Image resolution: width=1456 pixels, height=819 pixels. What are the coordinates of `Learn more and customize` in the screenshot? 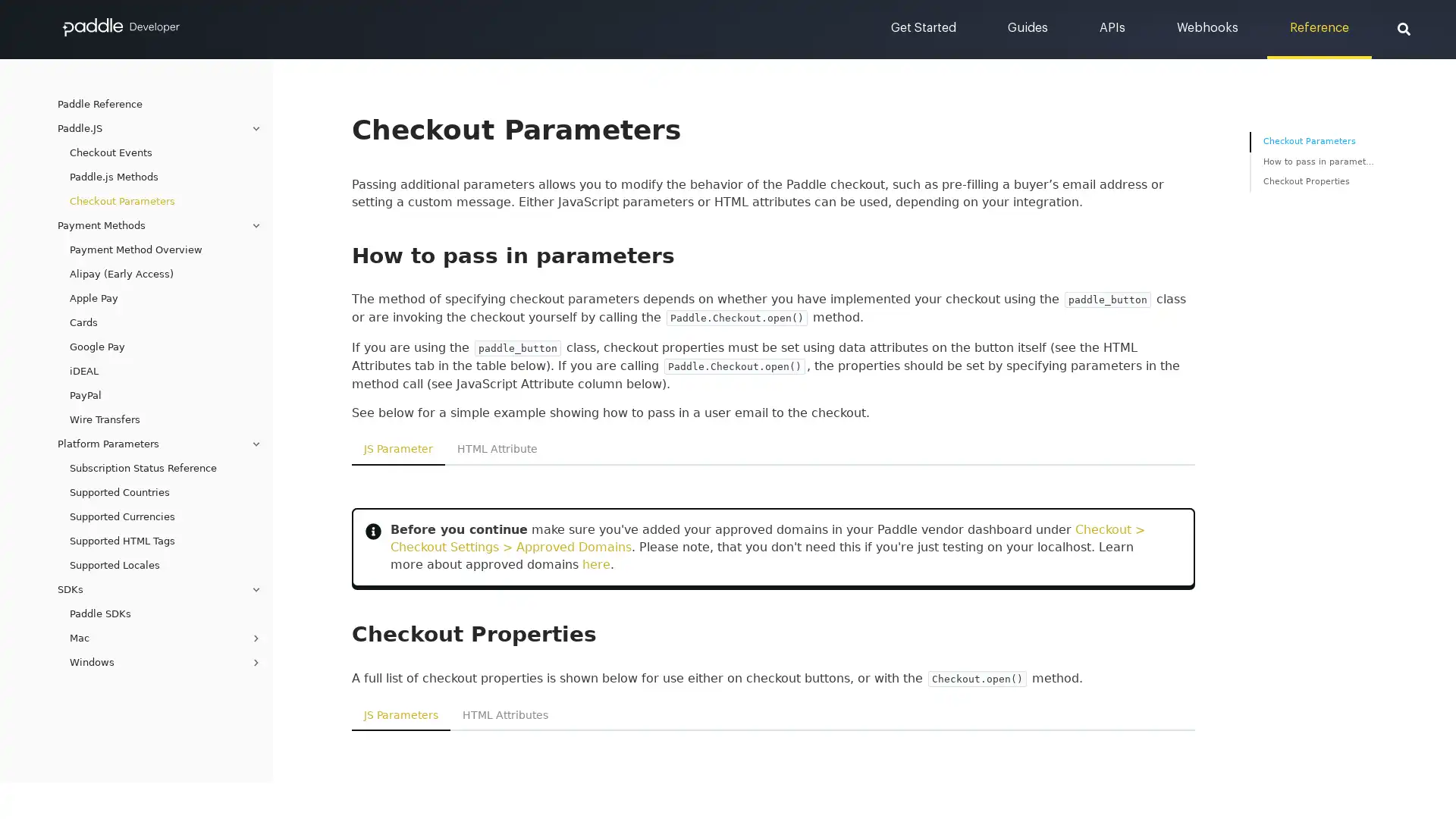 It's located at (487, 186).